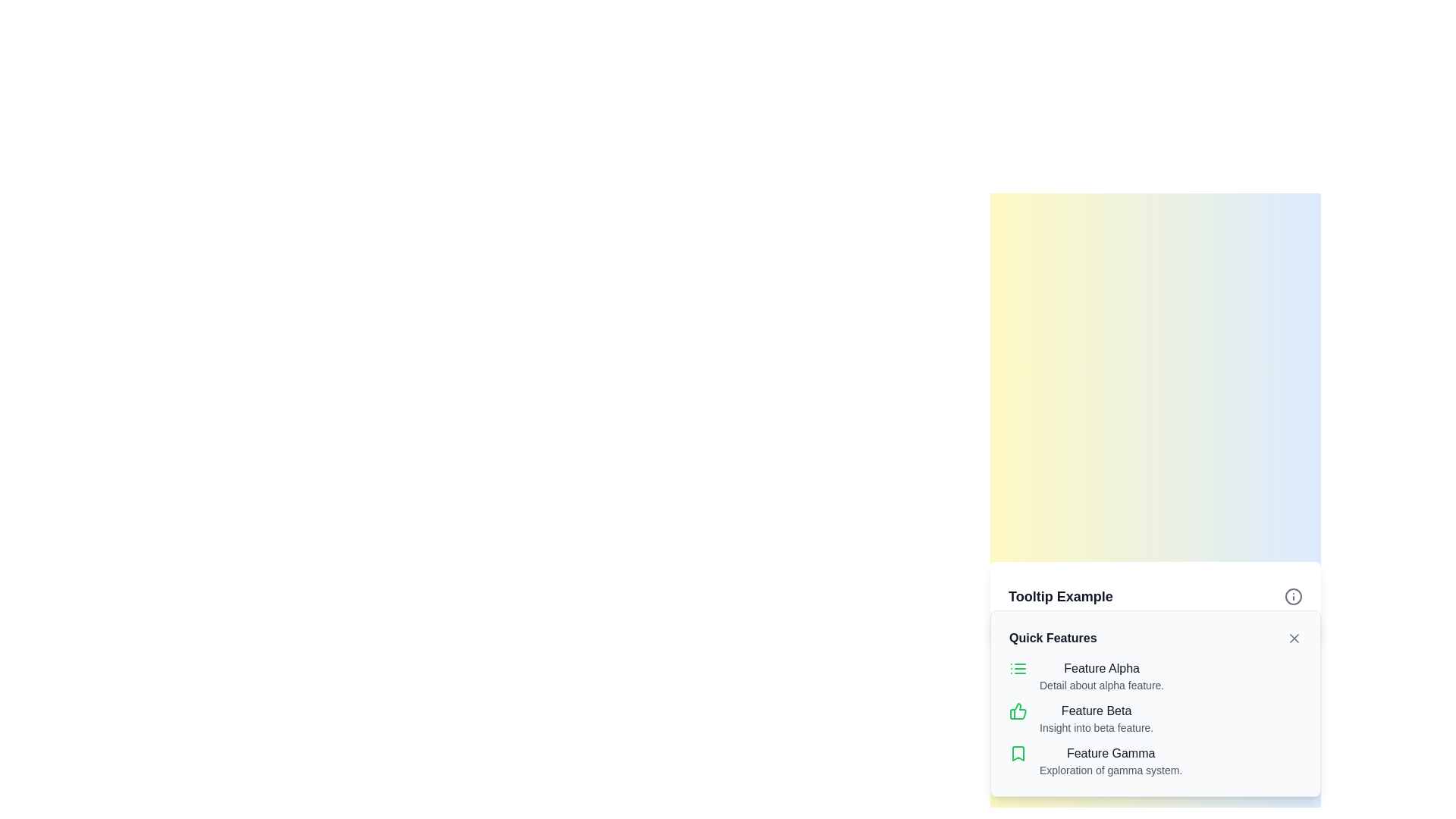 This screenshot has height=819, width=1456. What do you see at coordinates (1102, 675) in the screenshot?
I see `and interpret the text displayed in the first feature item titled 'Feature Alpha' located in the 'Quick Features' section, positioned below a green icon` at bounding box center [1102, 675].